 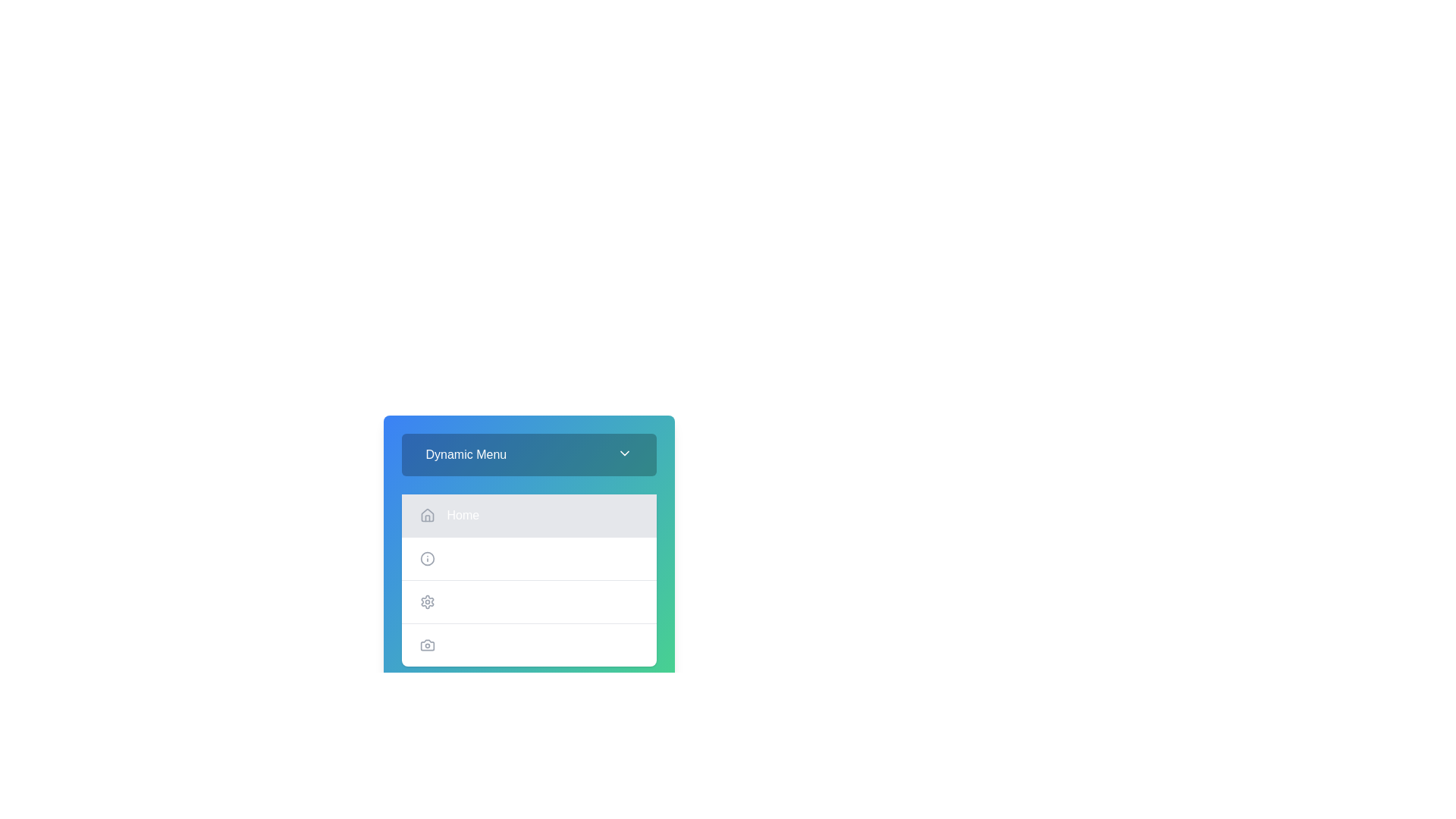 I want to click on the second navigation item in the sidebar menu, which is positioned between the 'Home' button above and the 'Settings' button below, to trigger its hover state, so click(x=529, y=558).